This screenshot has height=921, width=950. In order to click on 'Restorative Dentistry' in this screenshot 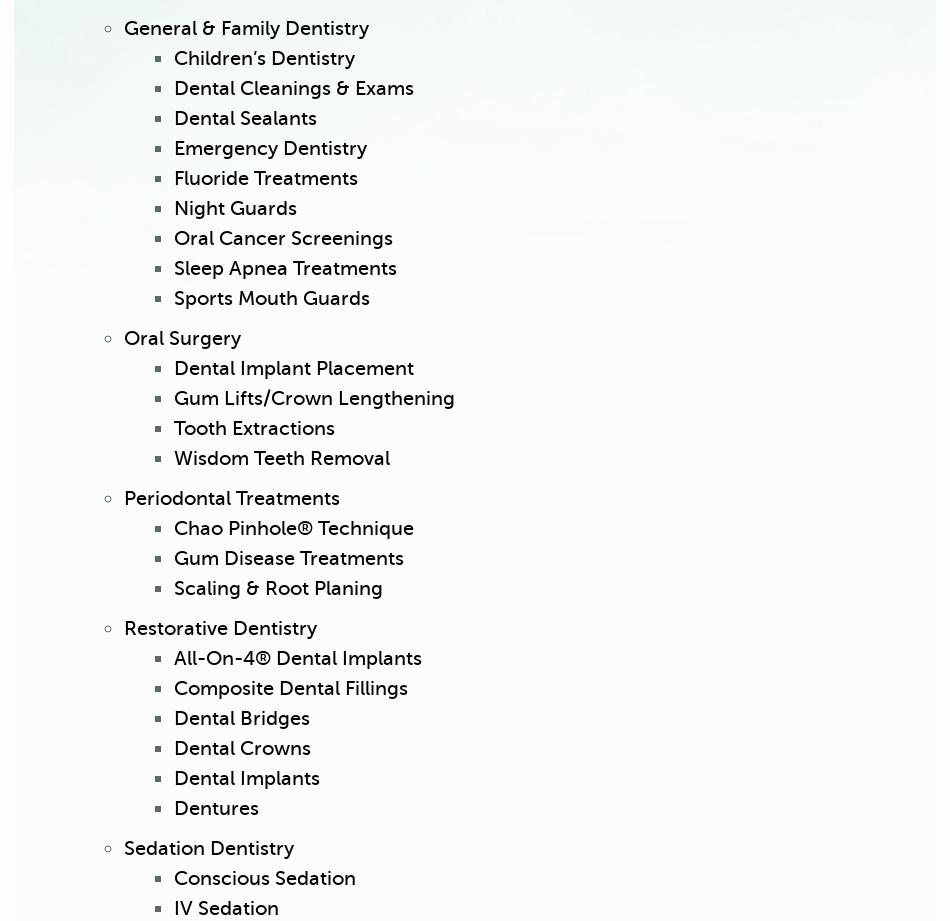, I will do `click(220, 628)`.